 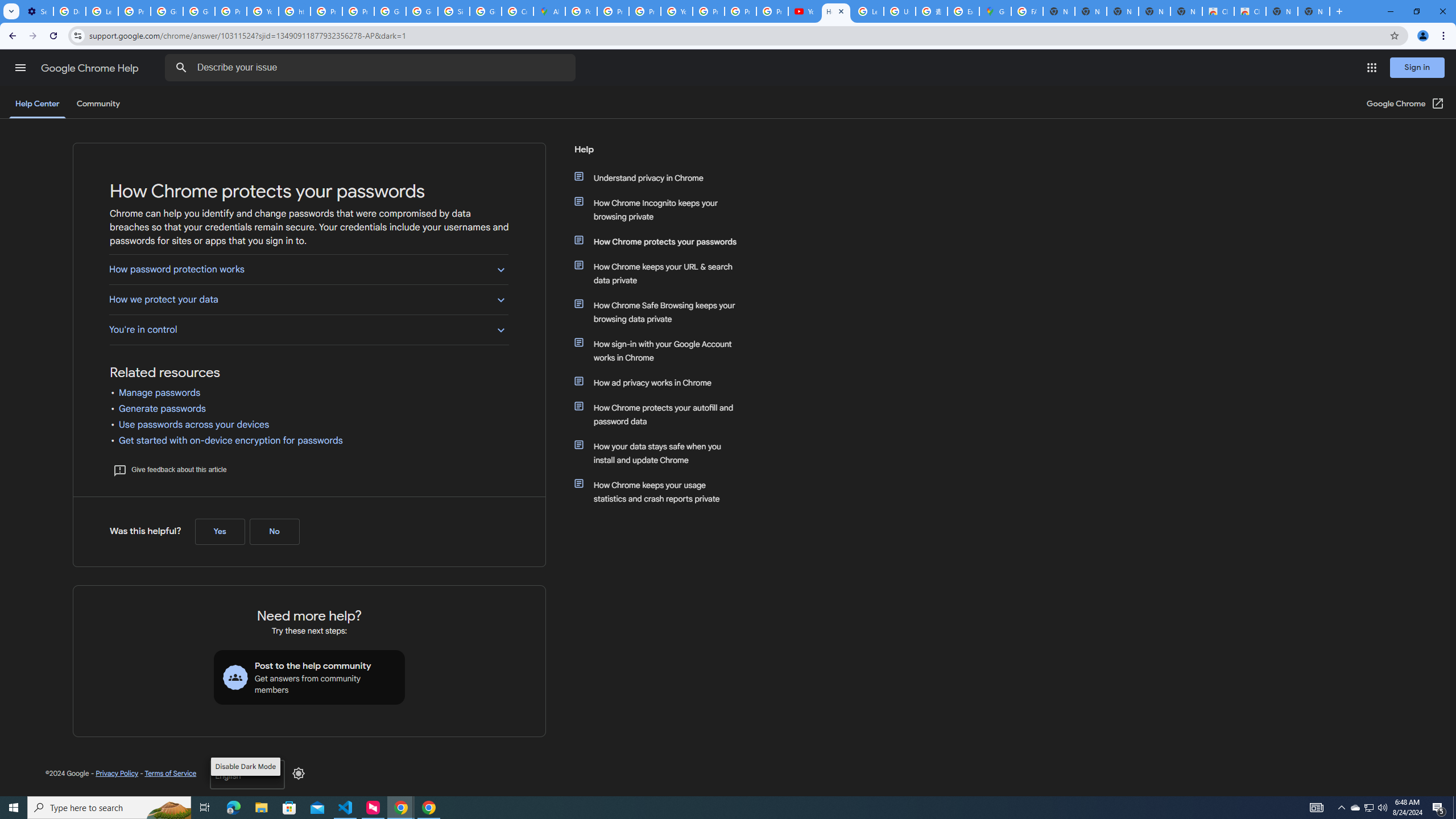 I want to click on 'Give feedback about this article', so click(x=169, y=469).